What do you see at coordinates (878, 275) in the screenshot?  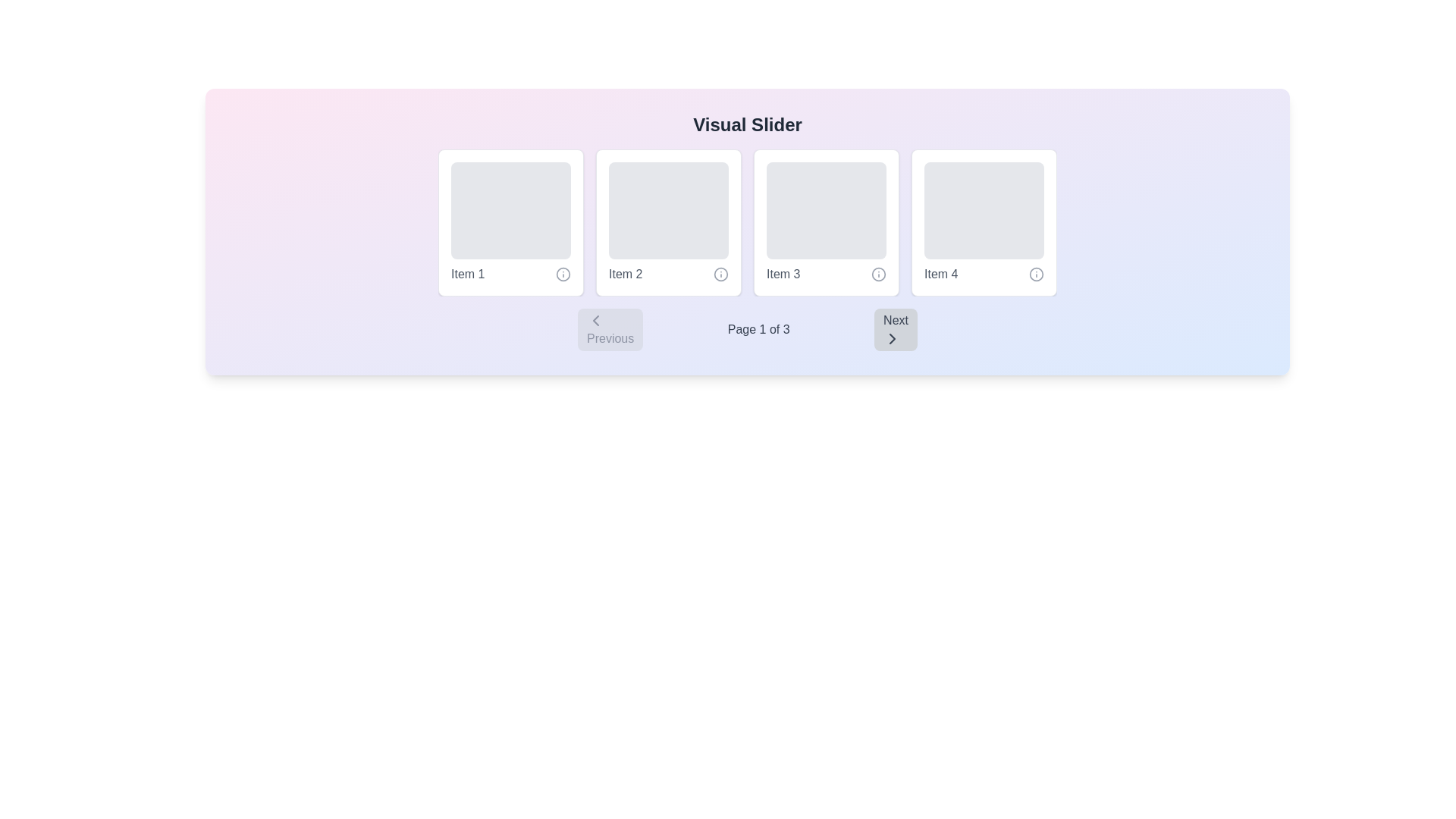 I see `the SVG graphical icon located to the right of the text 'Item 3' in the horizontal slider interface` at bounding box center [878, 275].